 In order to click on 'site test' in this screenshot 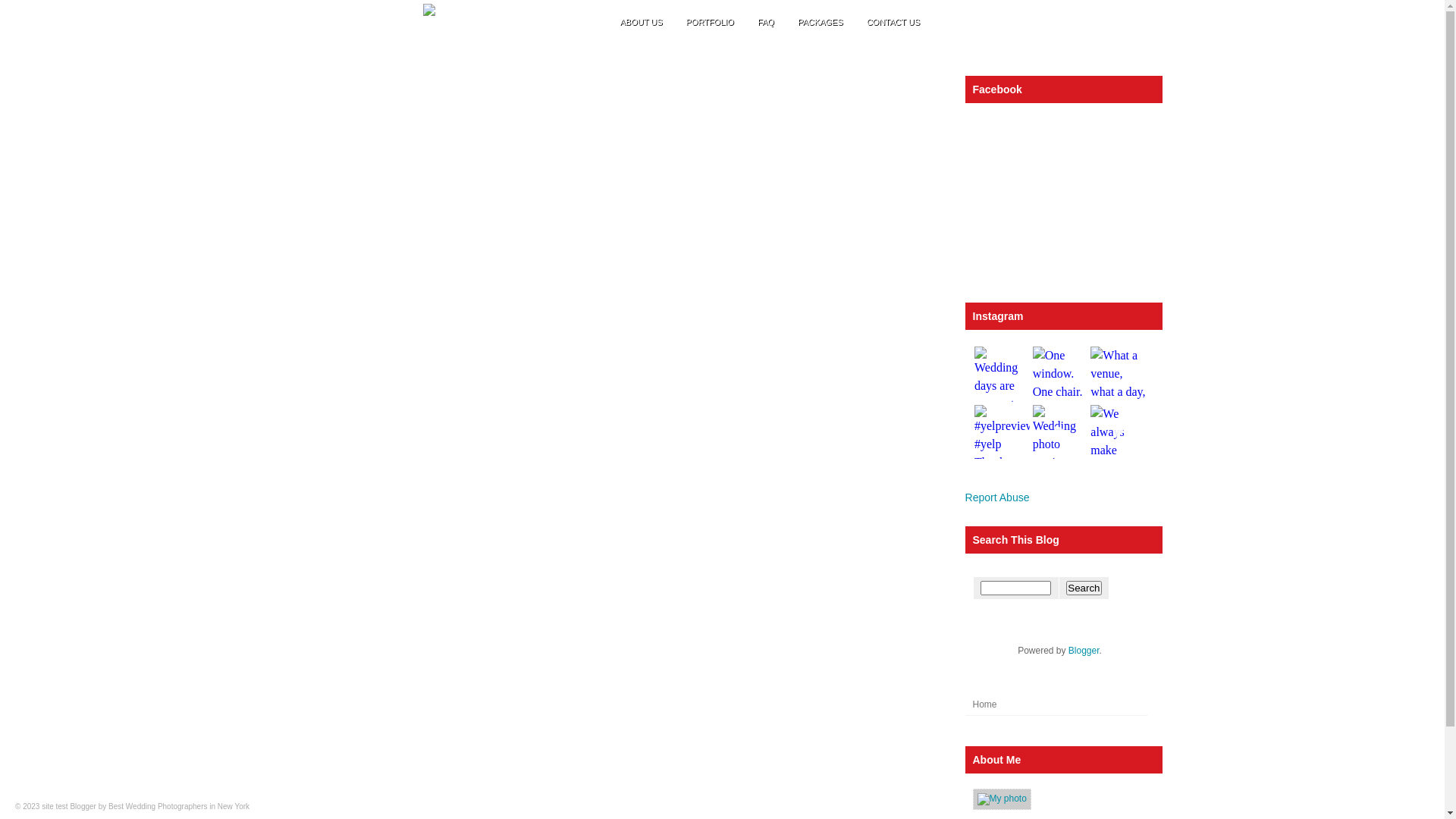, I will do `click(55, 805)`.